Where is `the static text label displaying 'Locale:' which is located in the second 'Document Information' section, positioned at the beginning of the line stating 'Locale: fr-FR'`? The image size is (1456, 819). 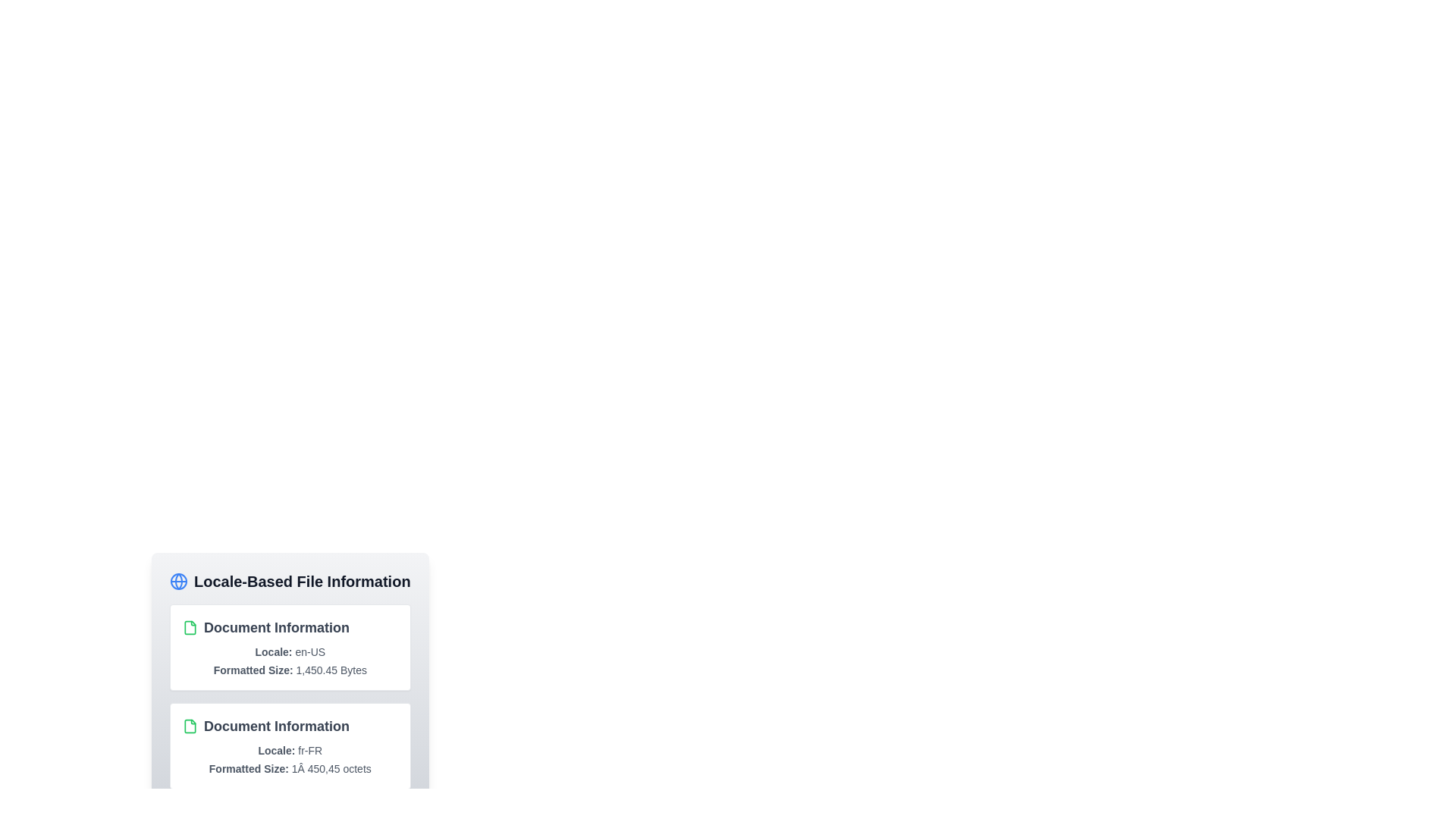 the static text label displaying 'Locale:' which is located in the second 'Document Information' section, positioned at the beginning of the line stating 'Locale: fr-FR' is located at coordinates (276, 751).